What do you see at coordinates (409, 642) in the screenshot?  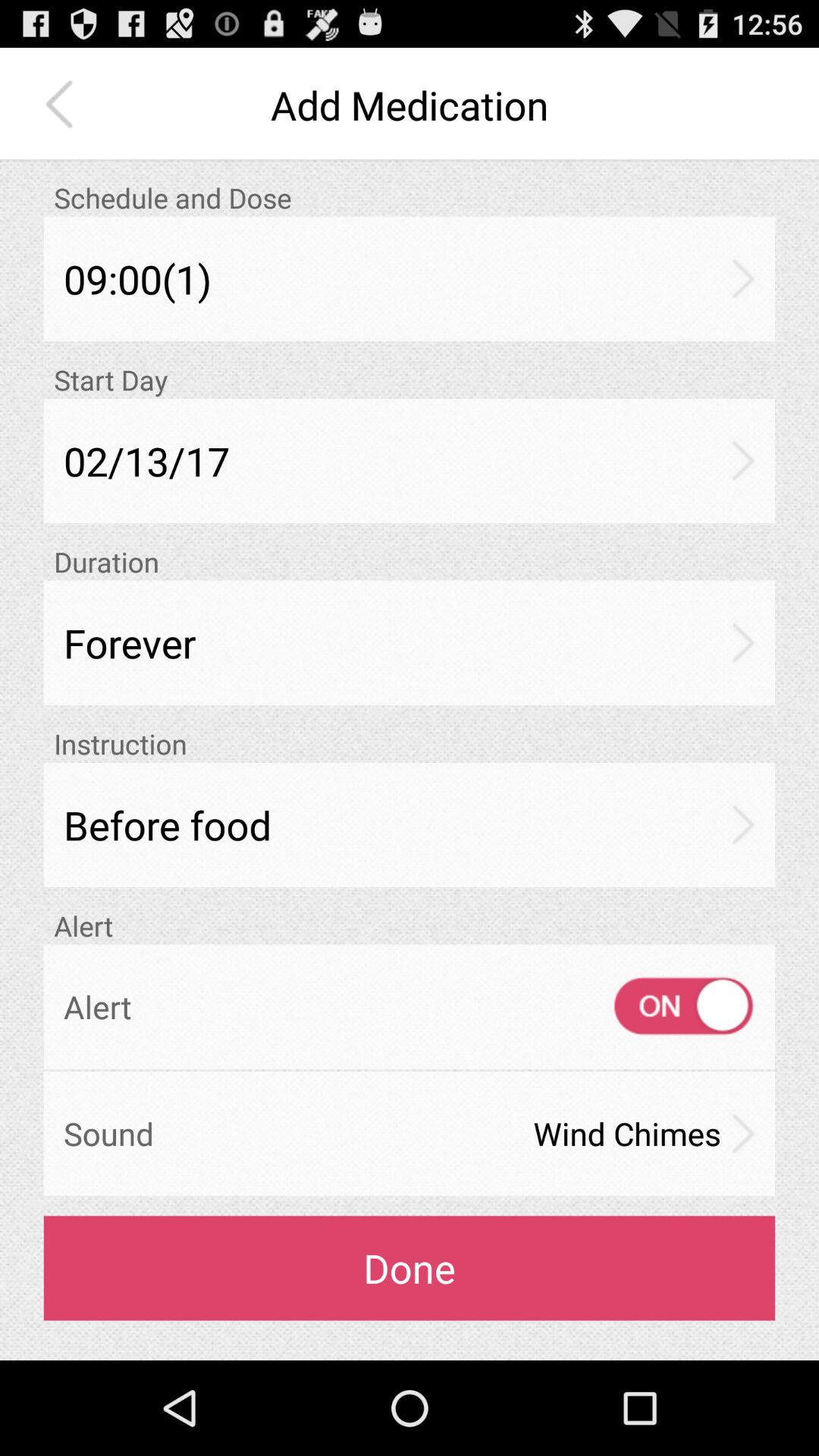 I see `forever item` at bounding box center [409, 642].